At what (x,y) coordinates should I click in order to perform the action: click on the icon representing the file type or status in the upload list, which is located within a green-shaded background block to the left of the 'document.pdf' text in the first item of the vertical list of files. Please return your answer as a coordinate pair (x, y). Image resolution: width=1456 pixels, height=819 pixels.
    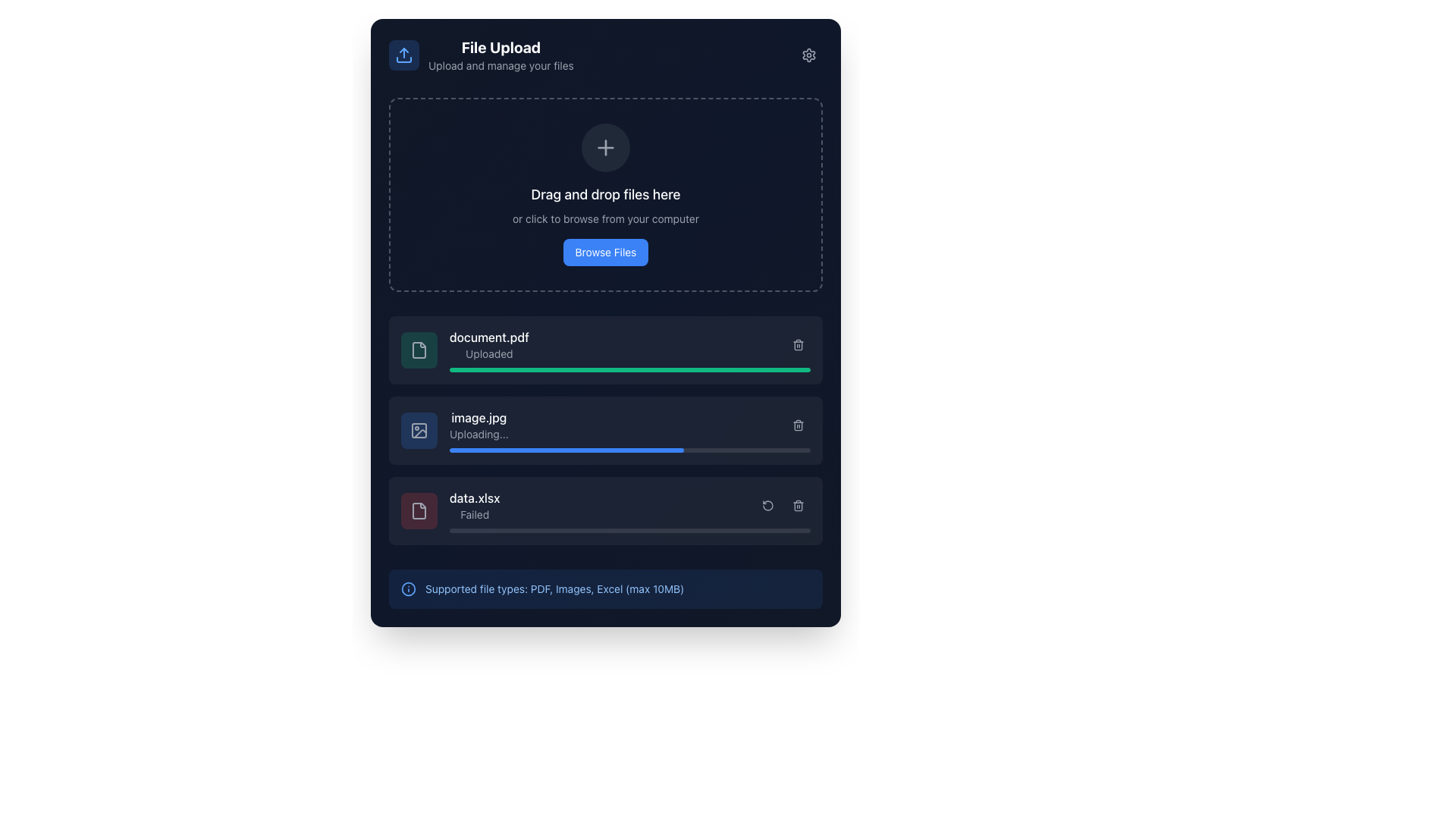
    Looking at the image, I should click on (419, 350).